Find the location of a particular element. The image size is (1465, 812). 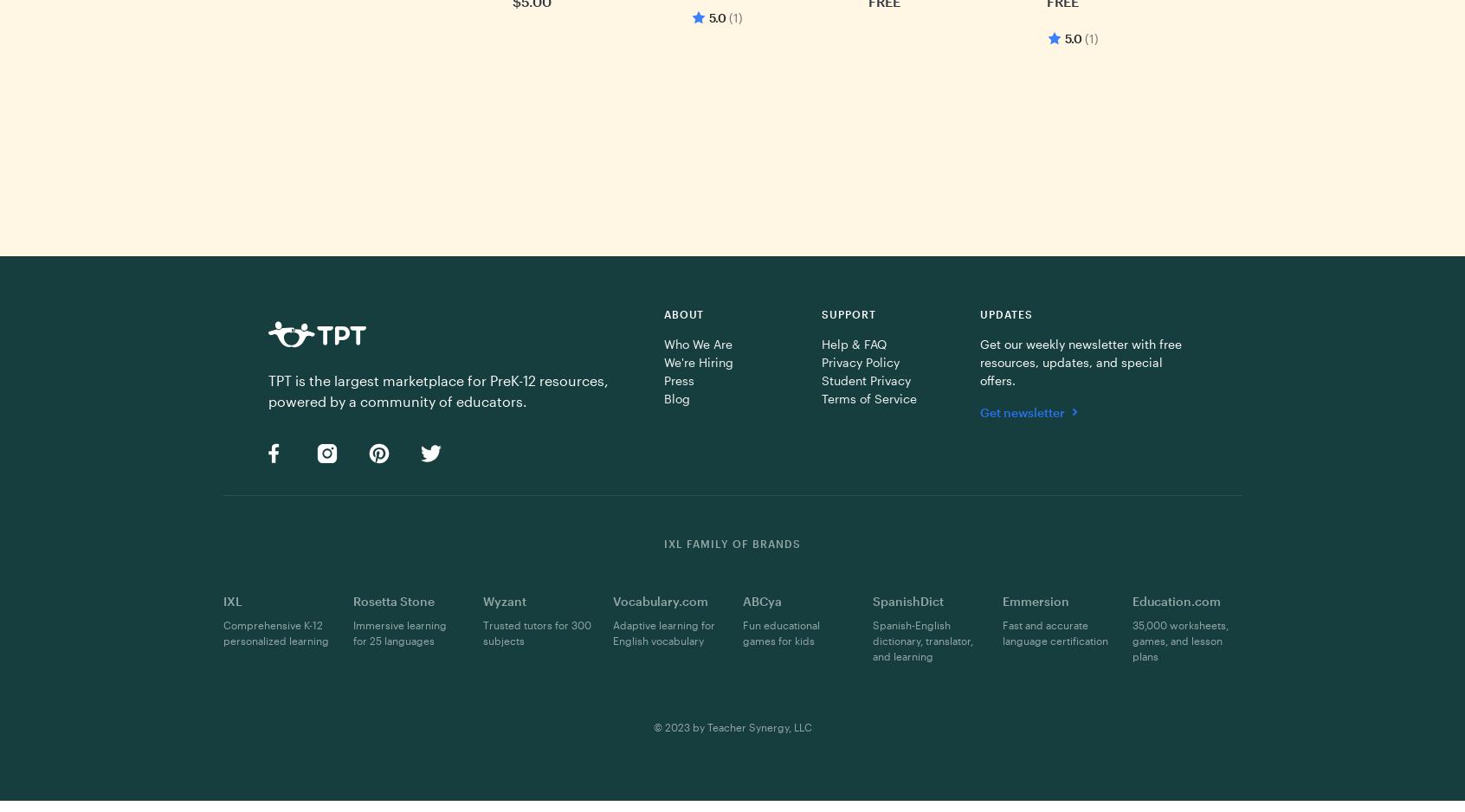

'Blog' is located at coordinates (676, 396).